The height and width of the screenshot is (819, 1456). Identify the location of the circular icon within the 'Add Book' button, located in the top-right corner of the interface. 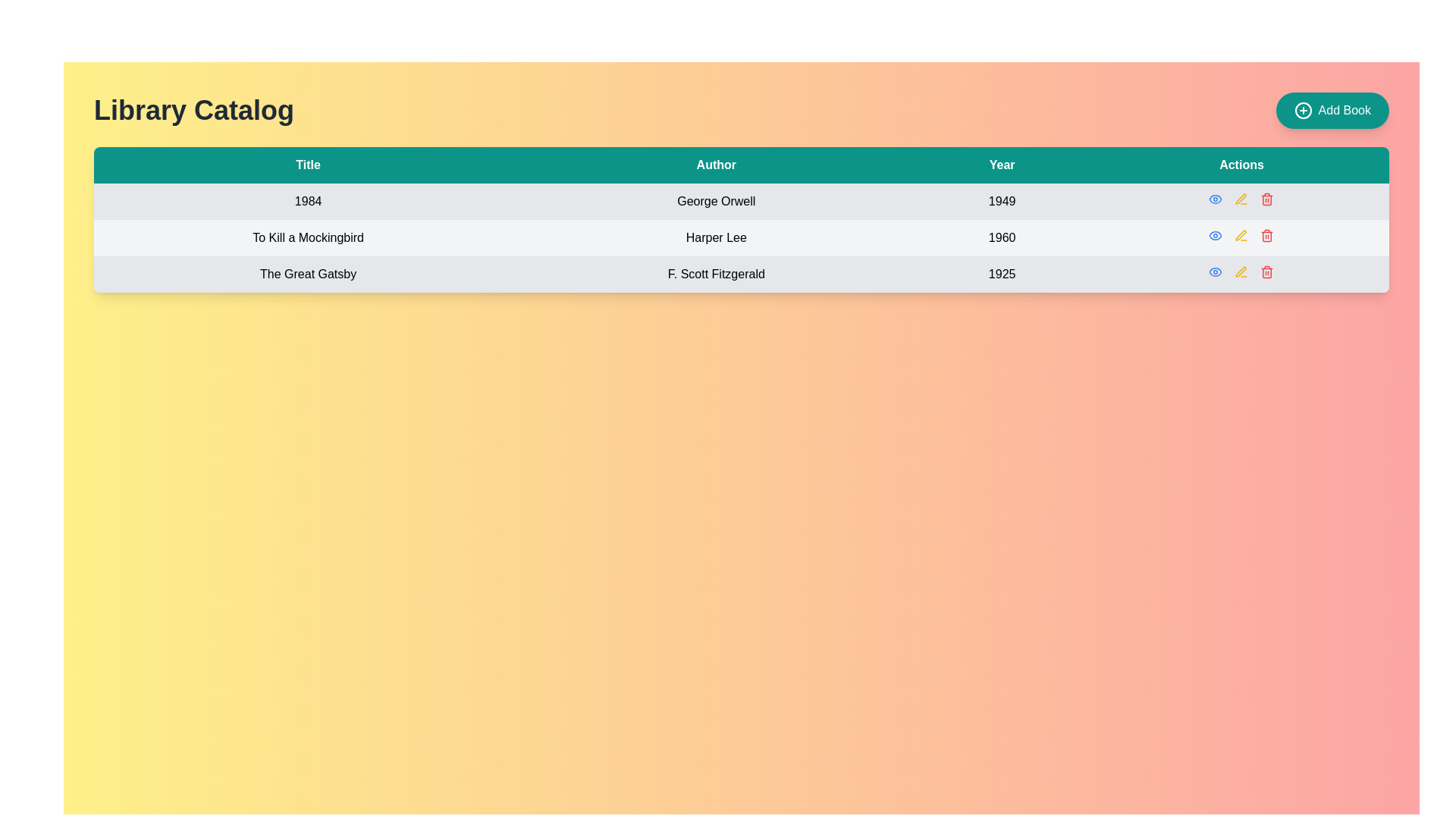
(1302, 110).